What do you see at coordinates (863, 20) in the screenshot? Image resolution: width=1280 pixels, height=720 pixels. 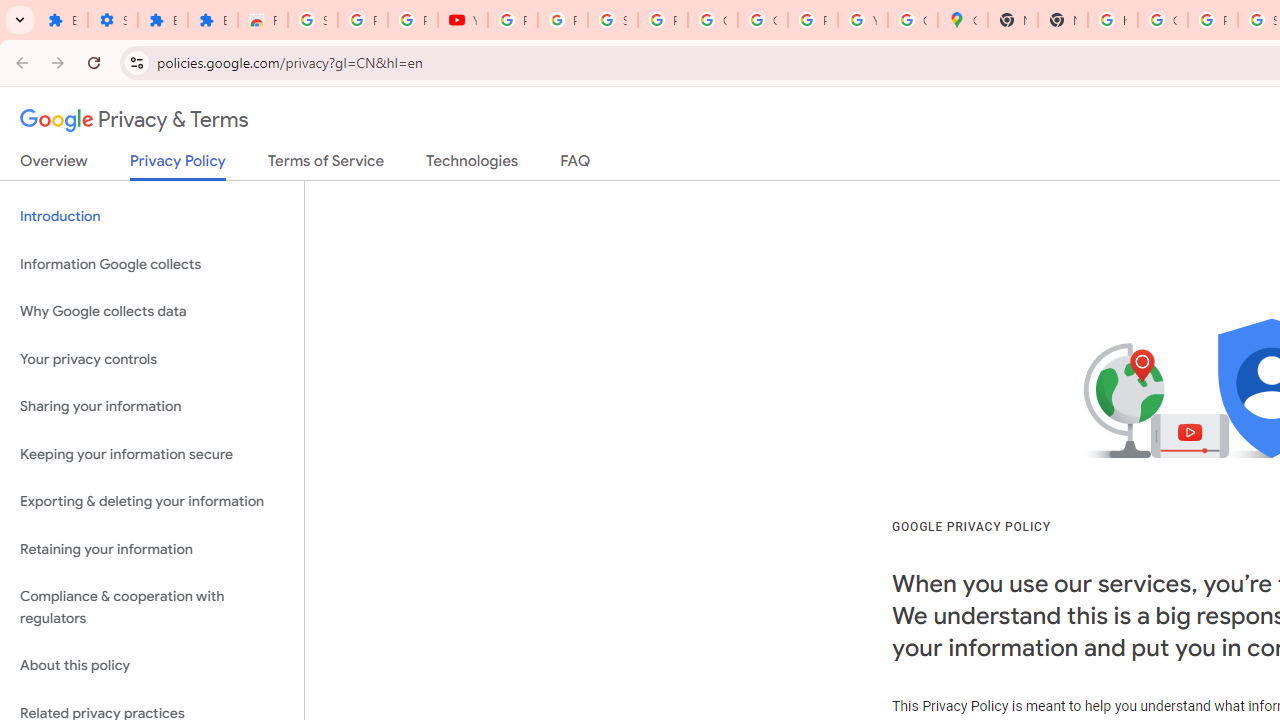 I see `'YouTube'` at bounding box center [863, 20].